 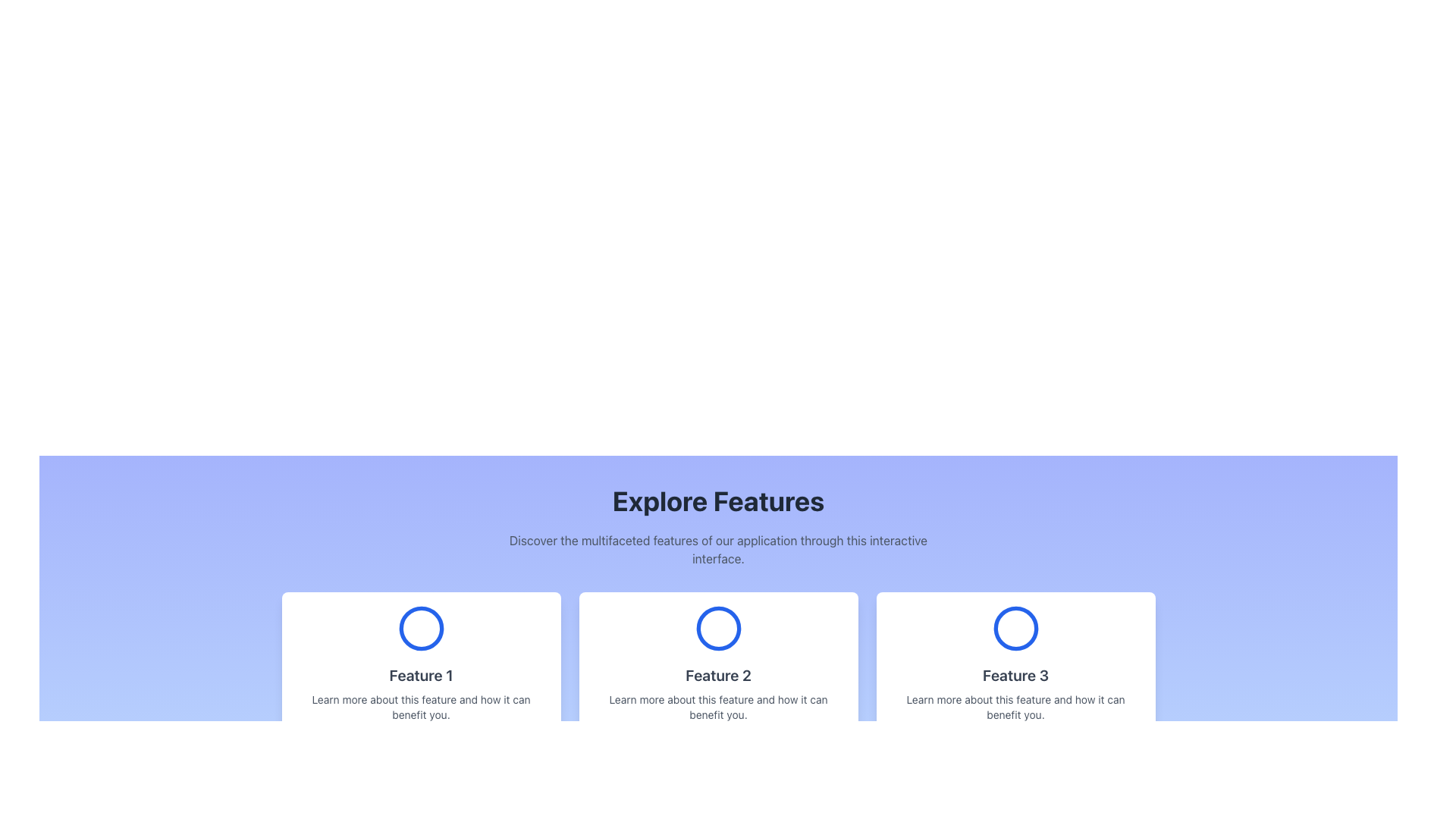 I want to click on text element located centrally within the first card, which serves as a title for the feature described in the card, so click(x=421, y=675).